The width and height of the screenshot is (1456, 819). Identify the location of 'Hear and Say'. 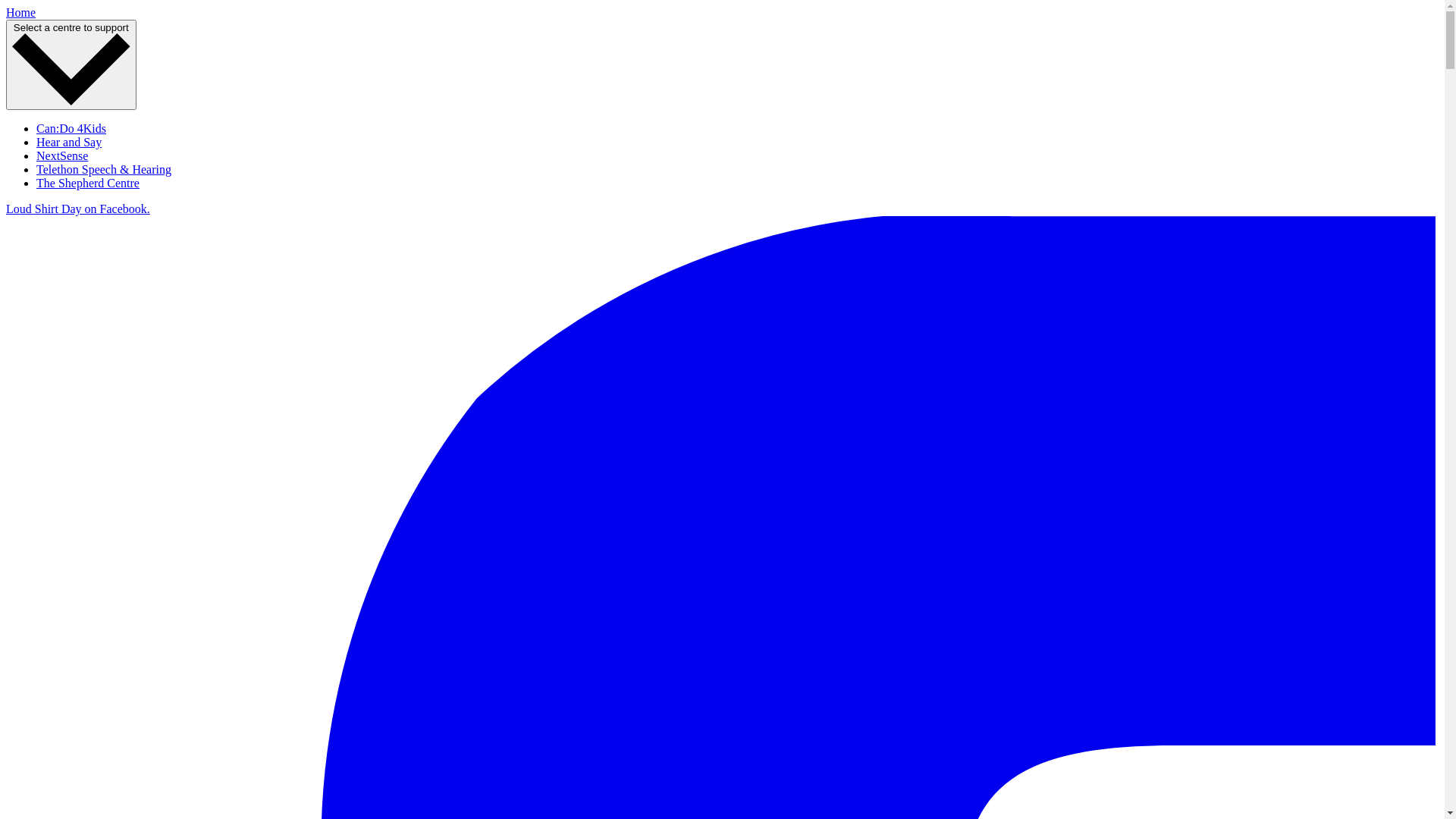
(68, 142).